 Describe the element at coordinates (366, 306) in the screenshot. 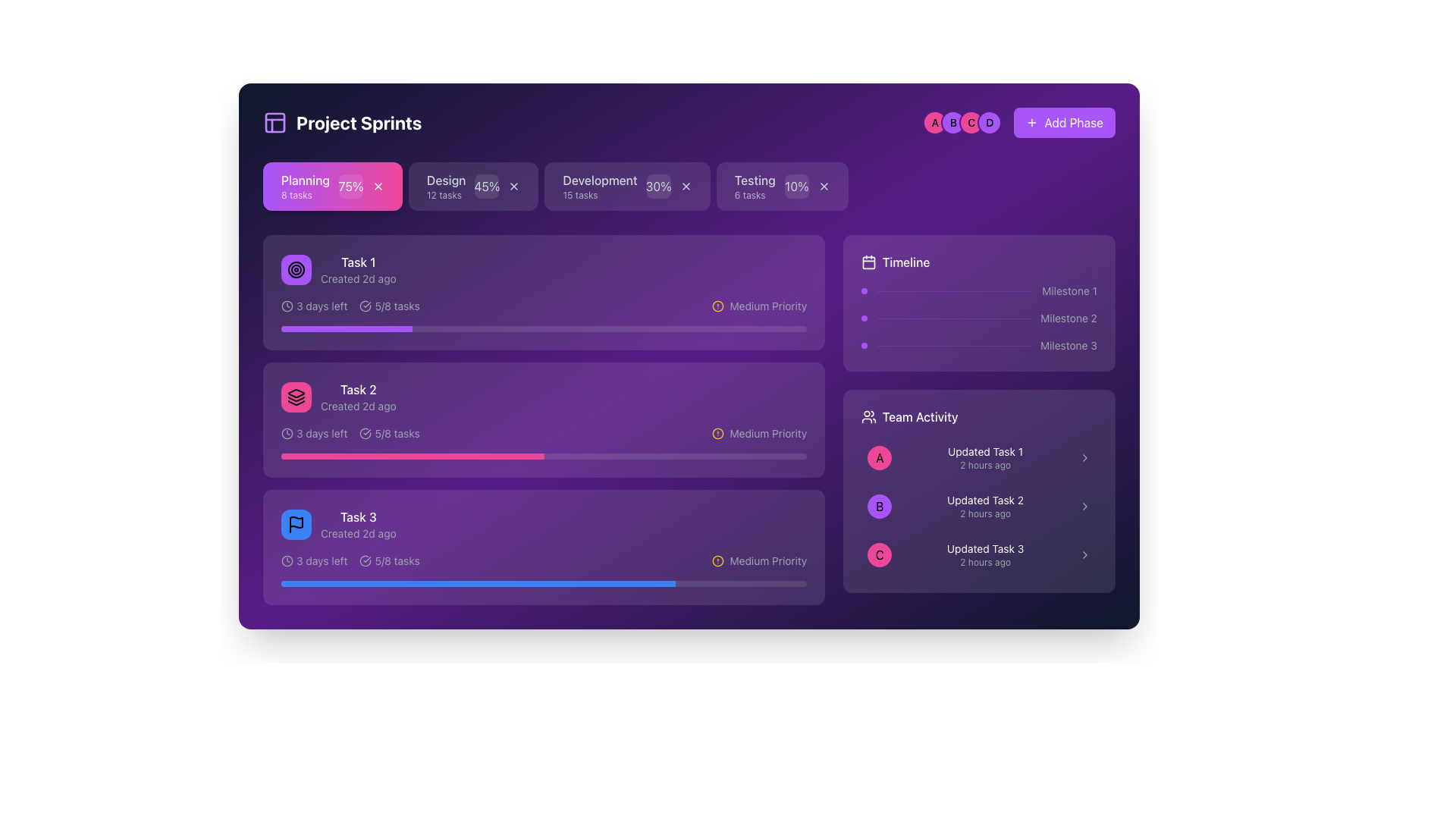

I see `the Circular status indicator icon located near the 'Task 1' label for assistive technologies` at that location.